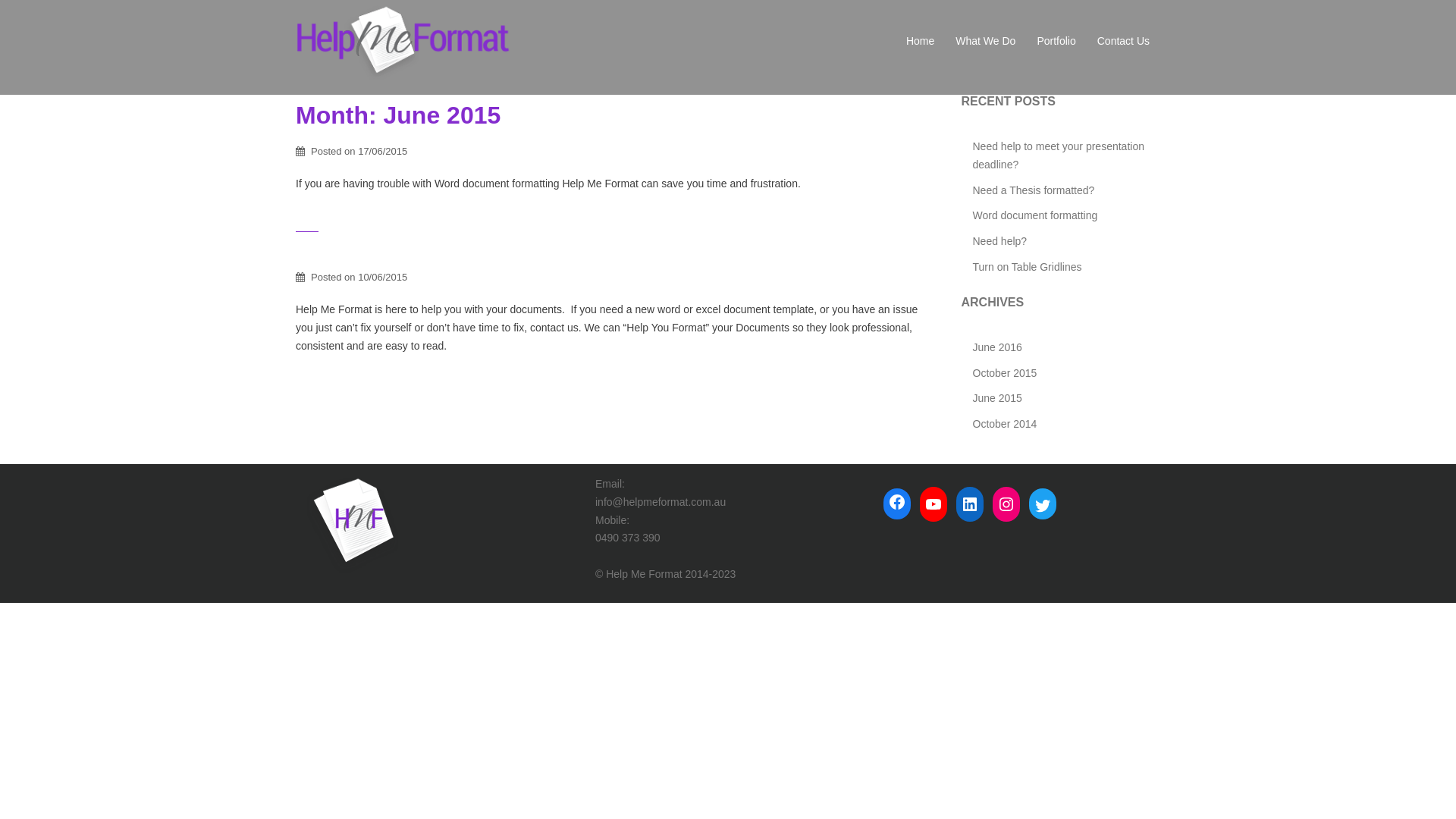 The width and height of the screenshot is (1456, 819). Describe the element at coordinates (1004, 424) in the screenshot. I see `'October 2014'` at that location.